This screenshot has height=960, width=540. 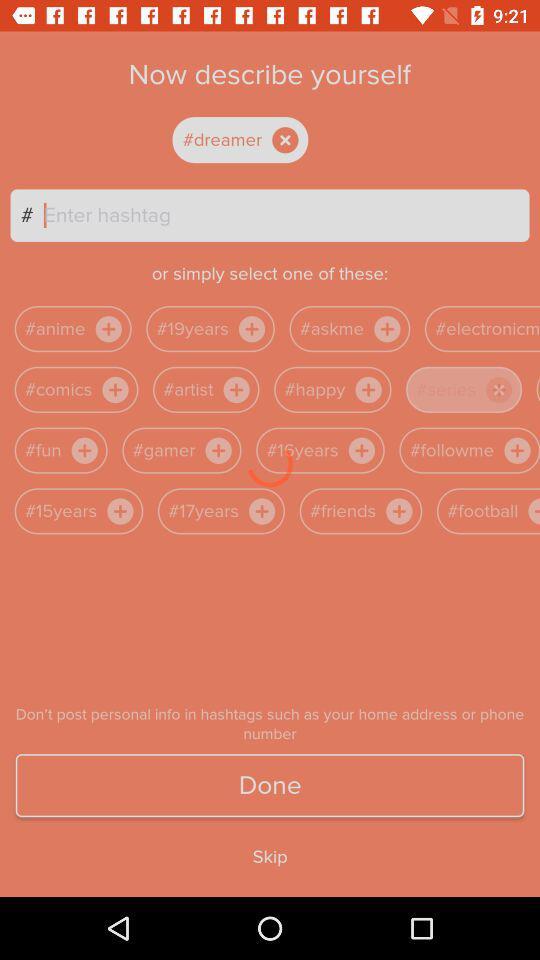 What do you see at coordinates (285, 215) in the screenshot?
I see `the icon to the right of the # item` at bounding box center [285, 215].